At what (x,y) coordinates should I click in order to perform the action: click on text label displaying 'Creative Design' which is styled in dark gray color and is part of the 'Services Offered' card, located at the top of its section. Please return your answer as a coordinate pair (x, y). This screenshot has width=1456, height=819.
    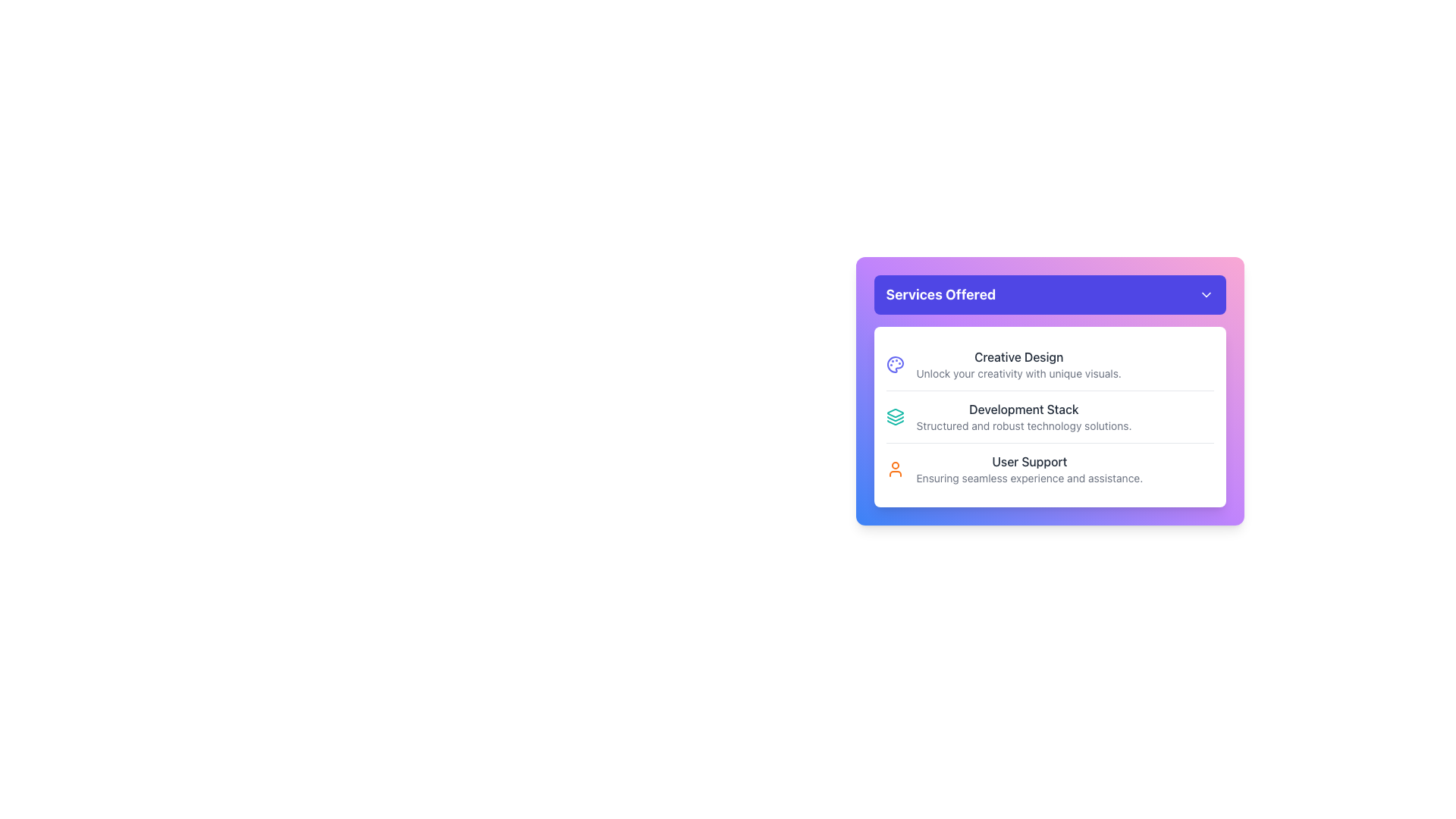
    Looking at the image, I should click on (1018, 356).